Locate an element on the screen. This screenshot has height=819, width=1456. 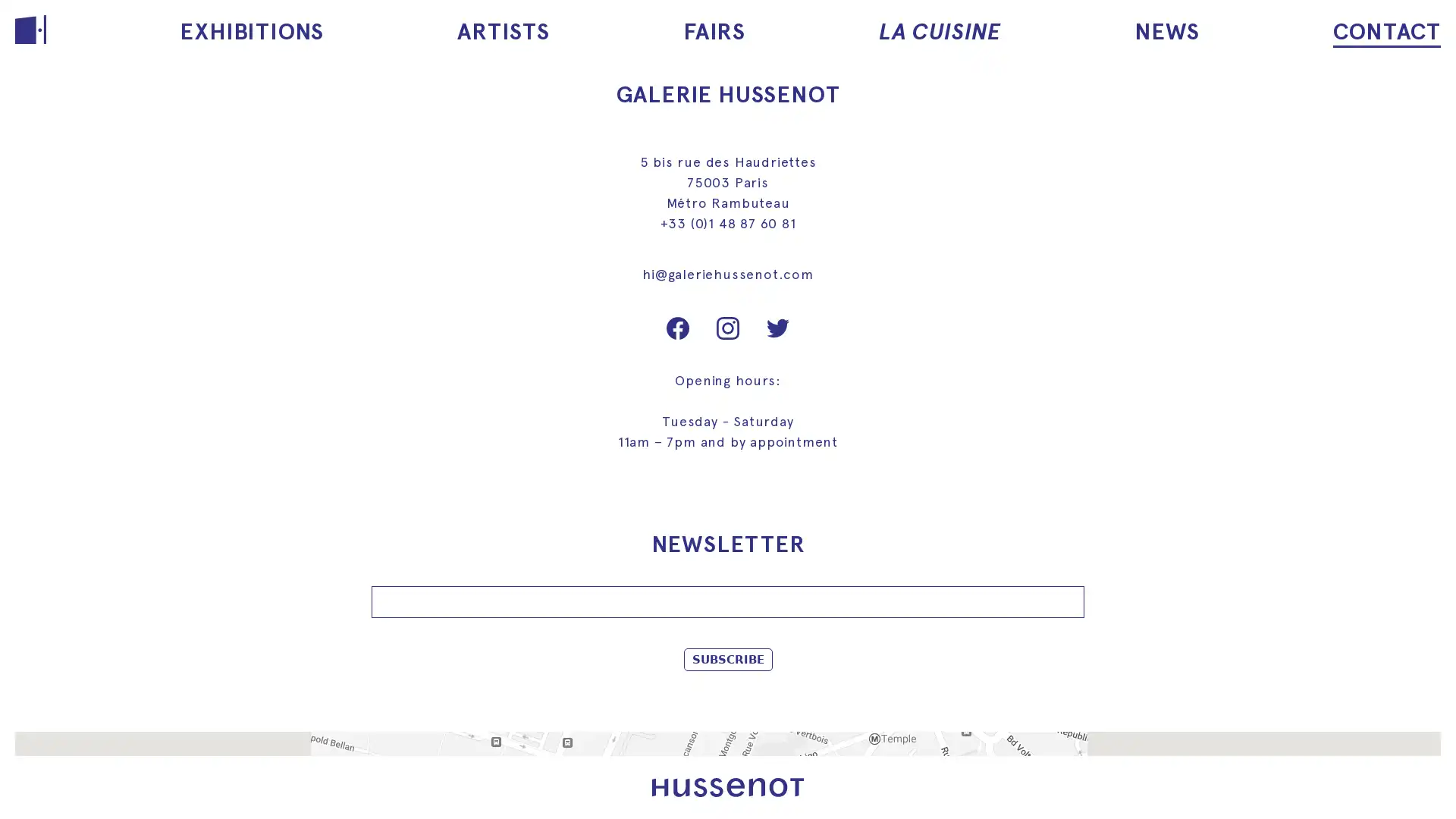
Zoom out is located at coordinates (37, 784).